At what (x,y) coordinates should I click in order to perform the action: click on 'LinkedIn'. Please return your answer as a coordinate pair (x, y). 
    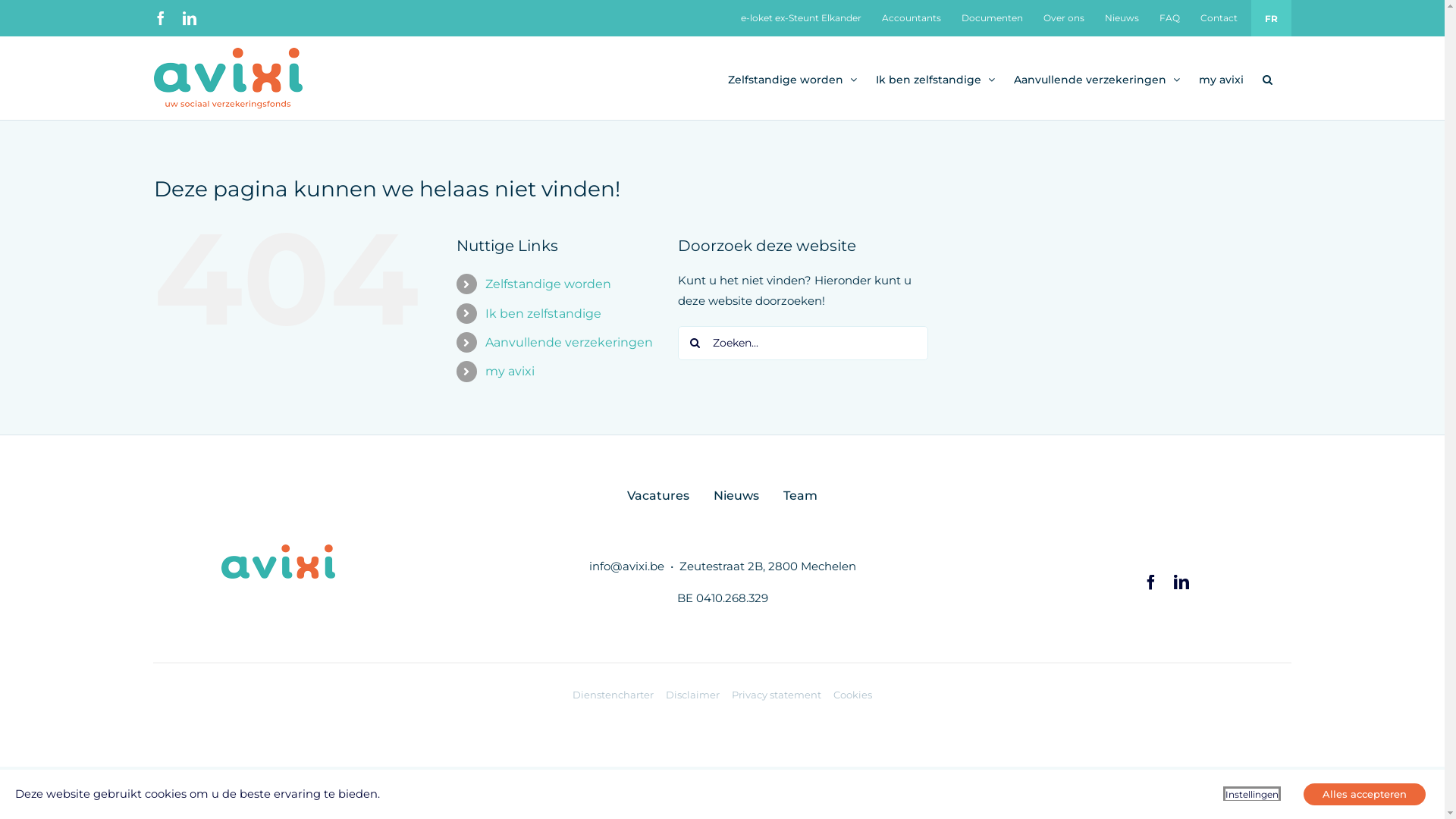
    Looking at the image, I should click on (188, 17).